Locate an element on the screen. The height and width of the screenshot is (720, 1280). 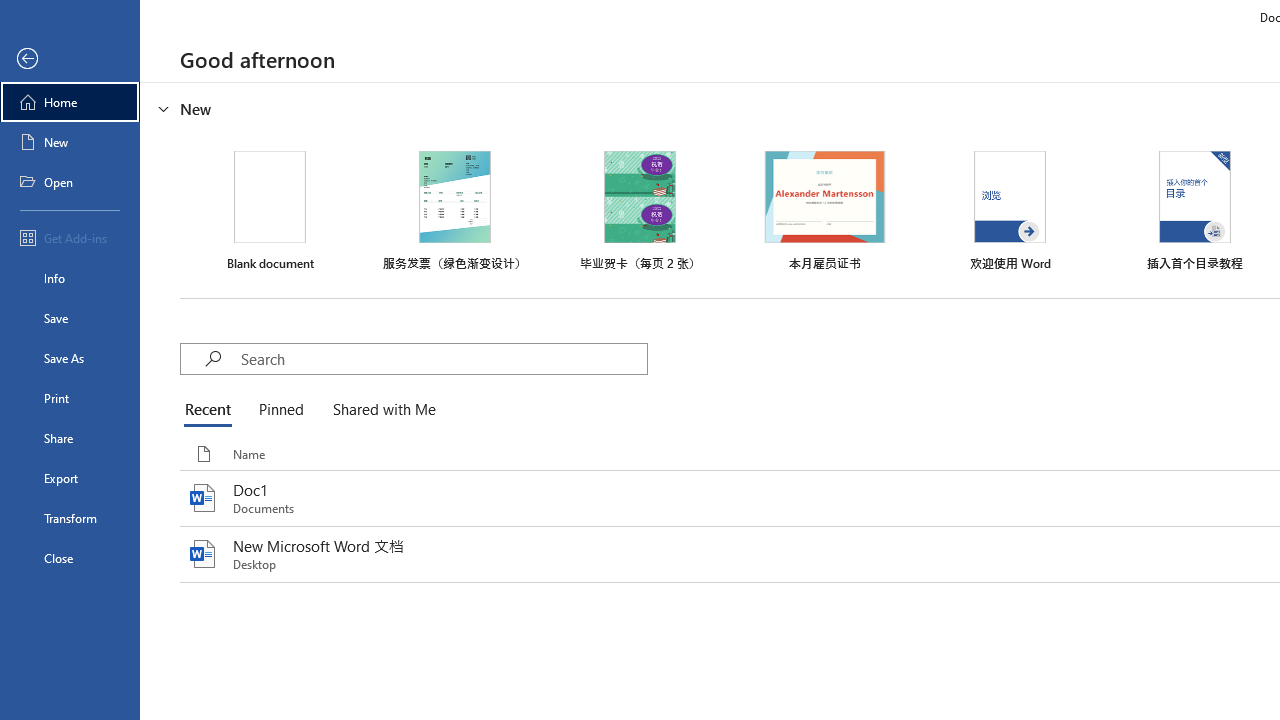
'Save As' is located at coordinates (69, 356).